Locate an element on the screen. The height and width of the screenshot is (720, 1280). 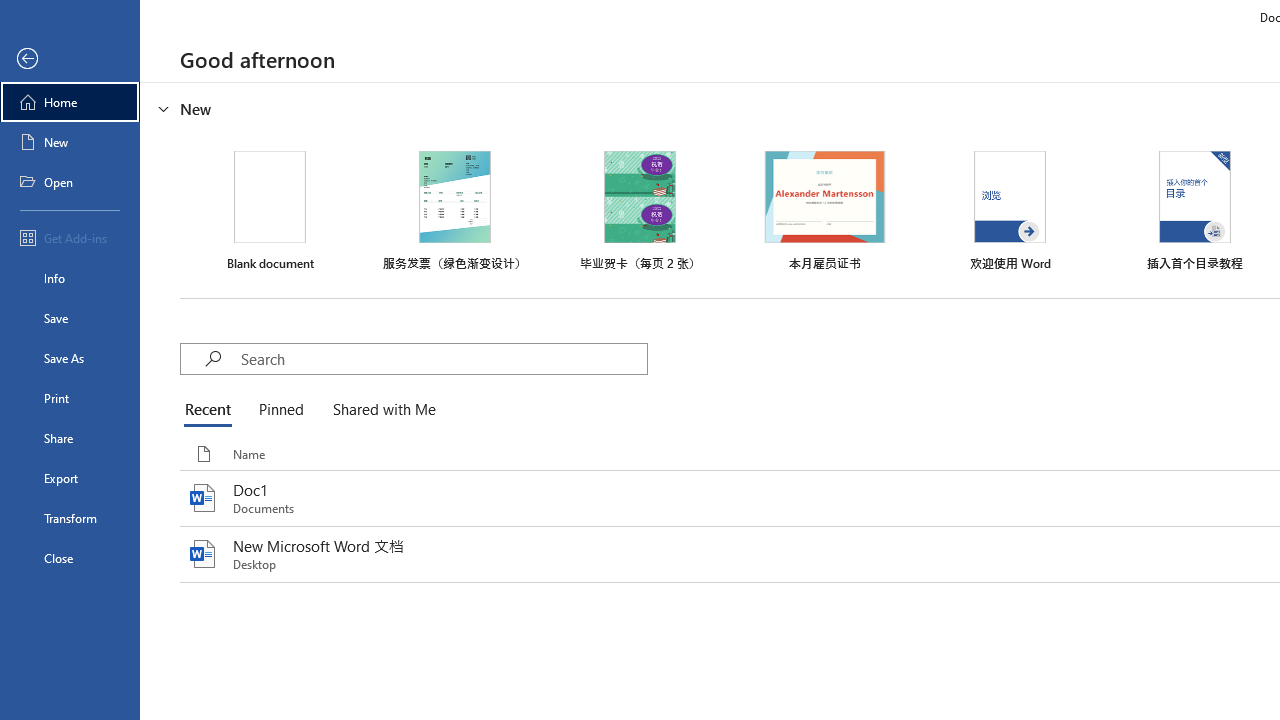
'Save As' is located at coordinates (69, 356).